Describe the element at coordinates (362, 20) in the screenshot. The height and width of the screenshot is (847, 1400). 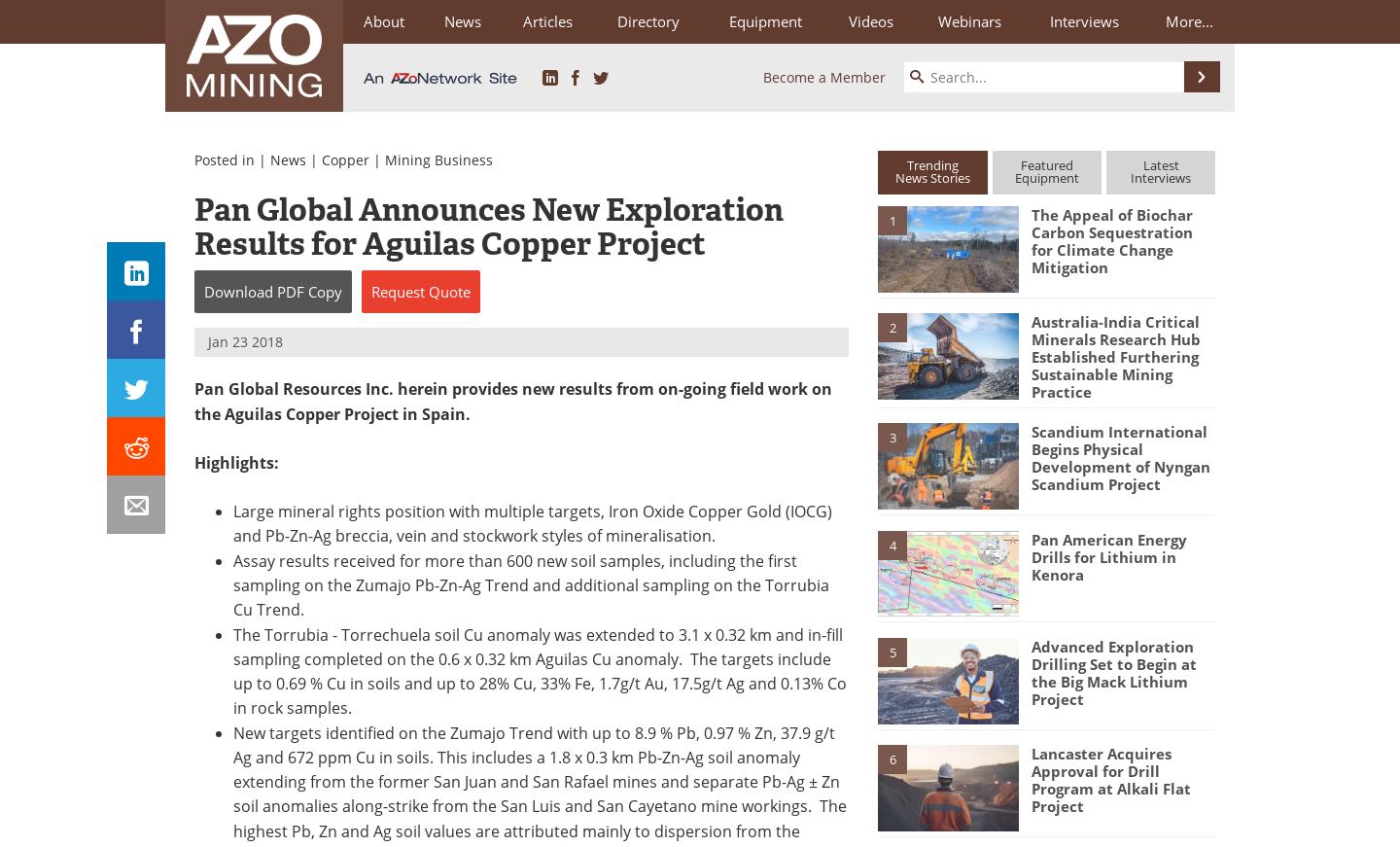
I see `'About'` at that location.